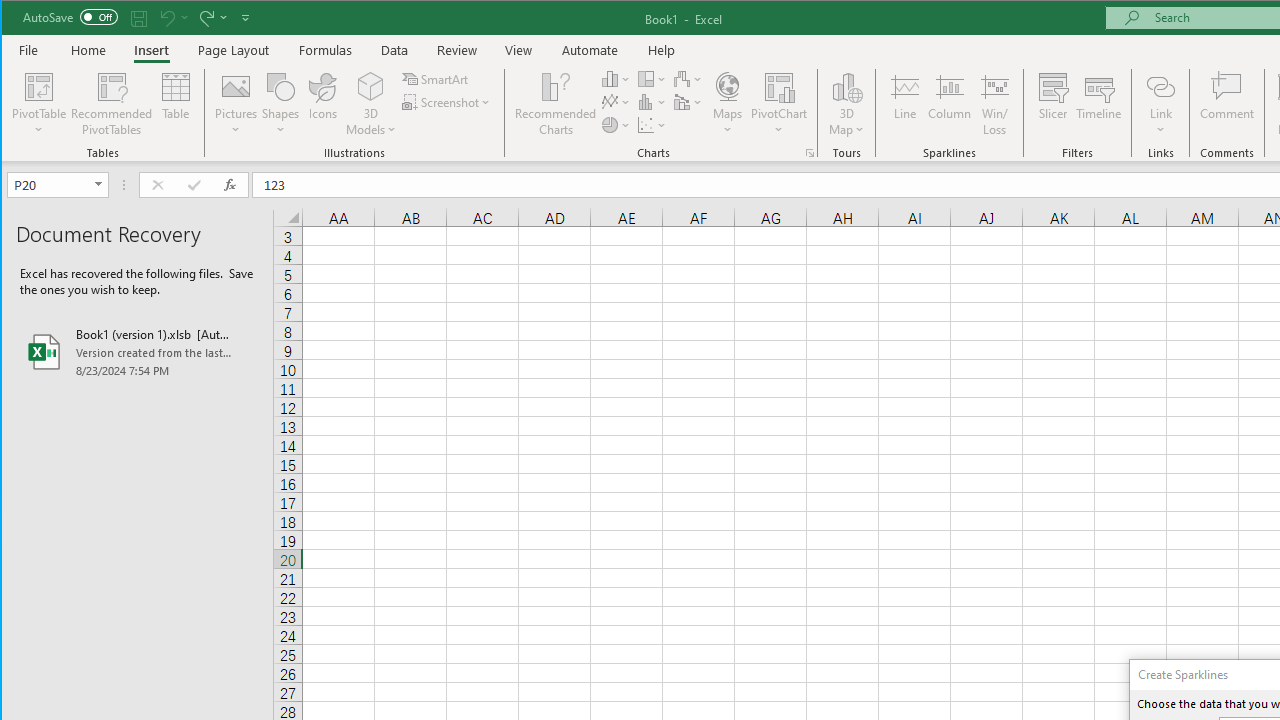 This screenshot has height=720, width=1280. Describe the element at coordinates (447, 102) in the screenshot. I see `'Screenshot'` at that location.